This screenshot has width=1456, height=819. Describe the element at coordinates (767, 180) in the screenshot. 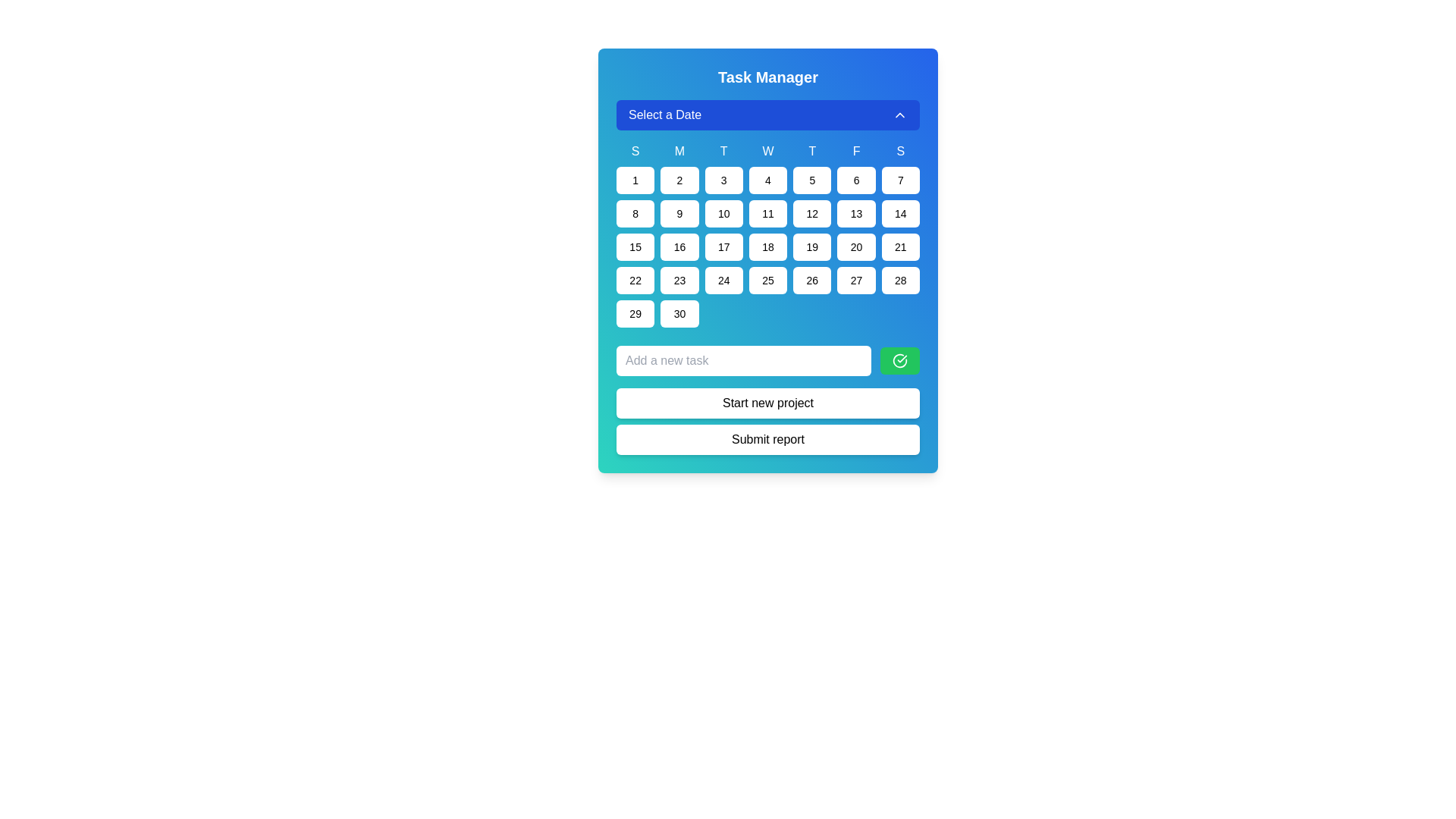

I see `the rectangular button labeled '4' located in the first row under the 'W' (Wednesday) header for potential additional functionality` at that location.